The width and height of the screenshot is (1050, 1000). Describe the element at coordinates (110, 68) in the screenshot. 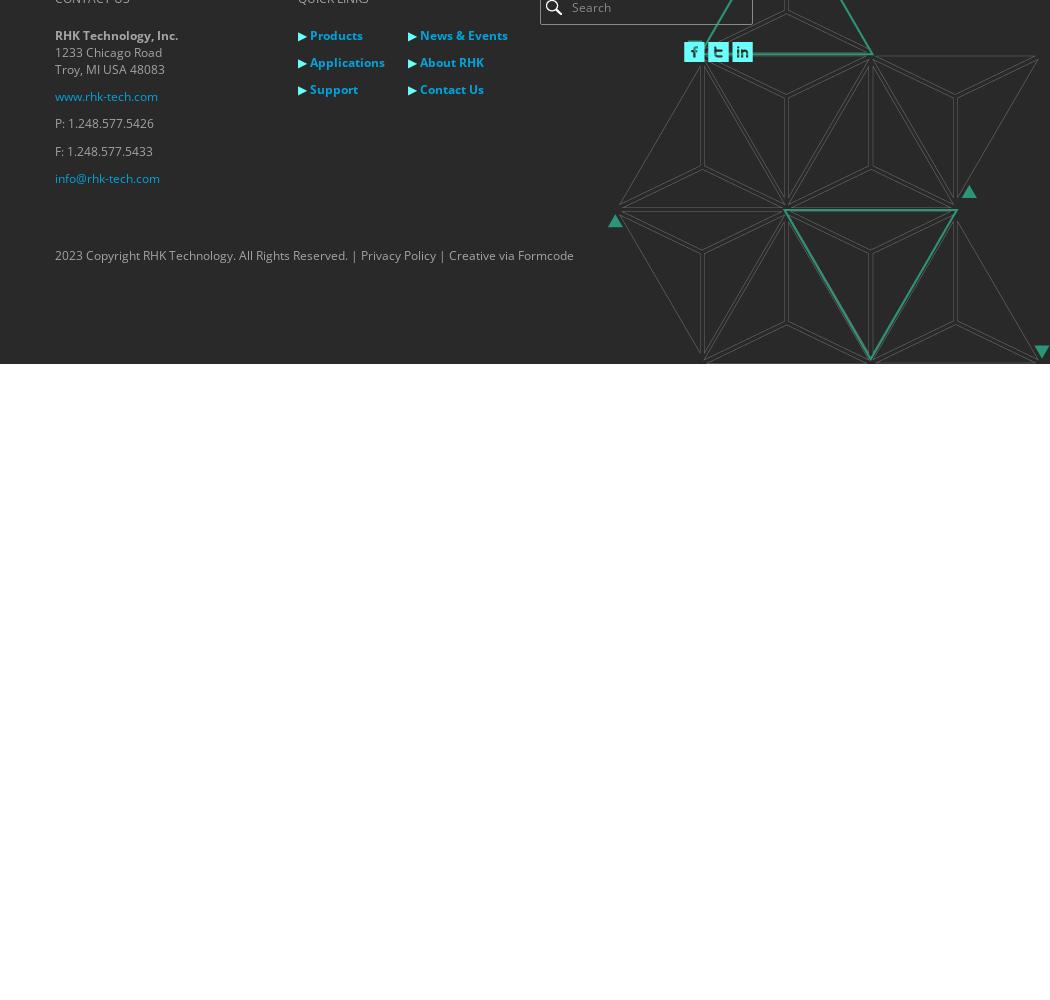

I see `'Troy, MI USA 48083'` at that location.